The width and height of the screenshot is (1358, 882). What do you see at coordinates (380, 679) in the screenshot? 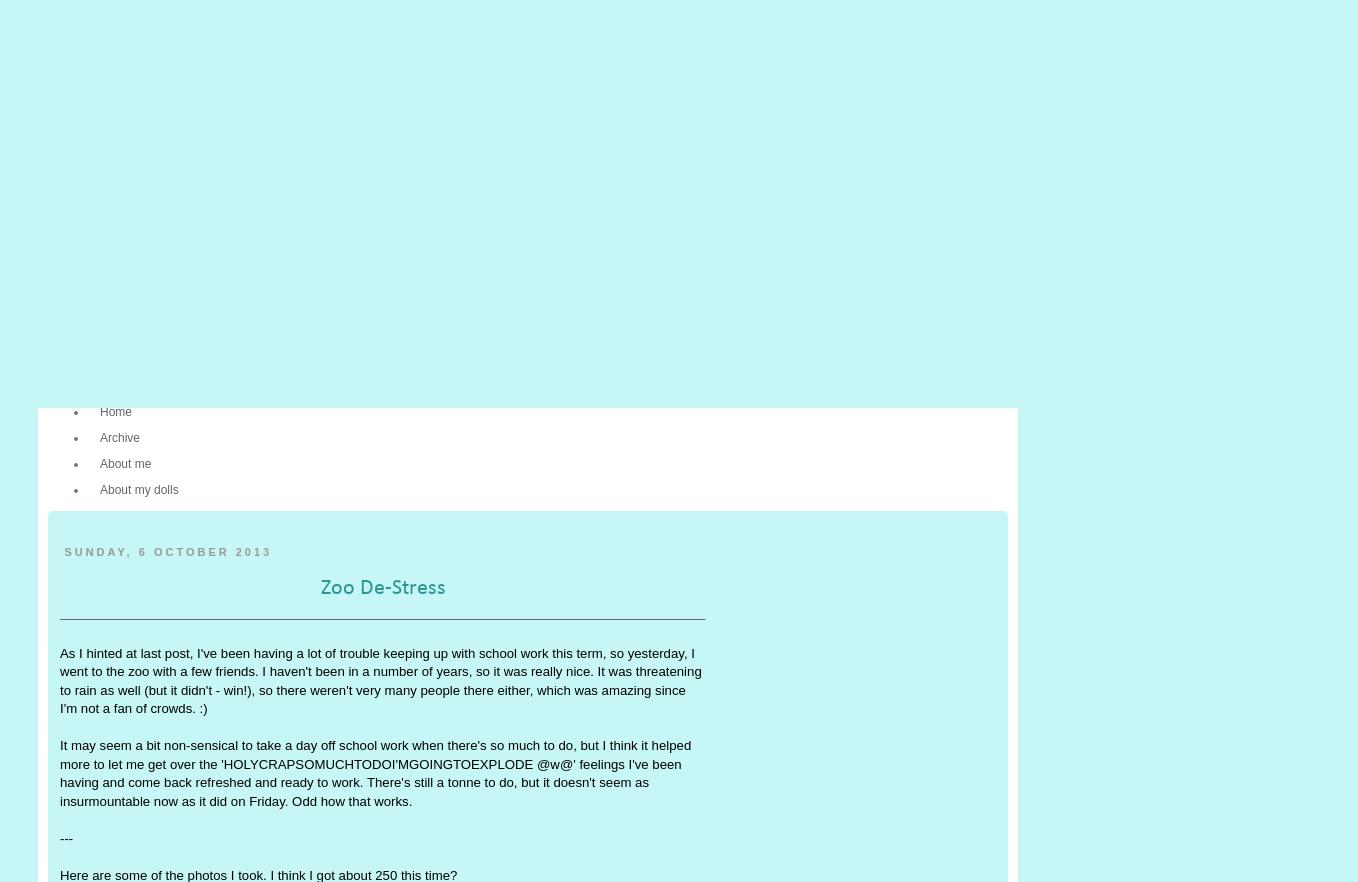
I see `'As I hinted at last post, I've been having a lot of trouble keeping up with school work this term, so yesterday, I went to the zoo with a few friends. I haven't been in a number of years, so it was really nice. It was threatening to rain as well (but it didn't - win!), so there weren't very many people there either, which was amazing since I'm not a fan of crowds. :)'` at bounding box center [380, 679].